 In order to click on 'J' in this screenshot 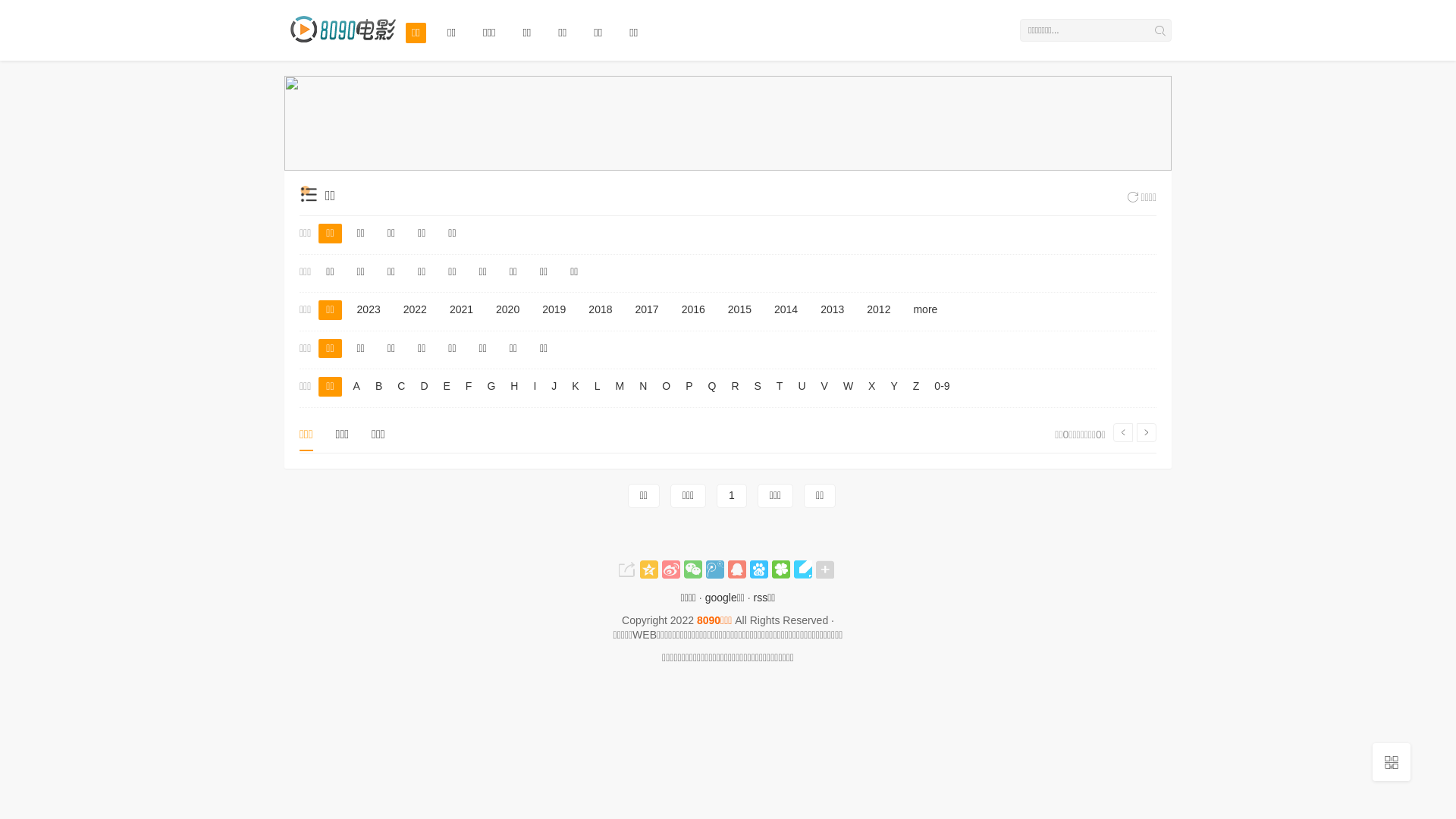, I will do `click(553, 385)`.